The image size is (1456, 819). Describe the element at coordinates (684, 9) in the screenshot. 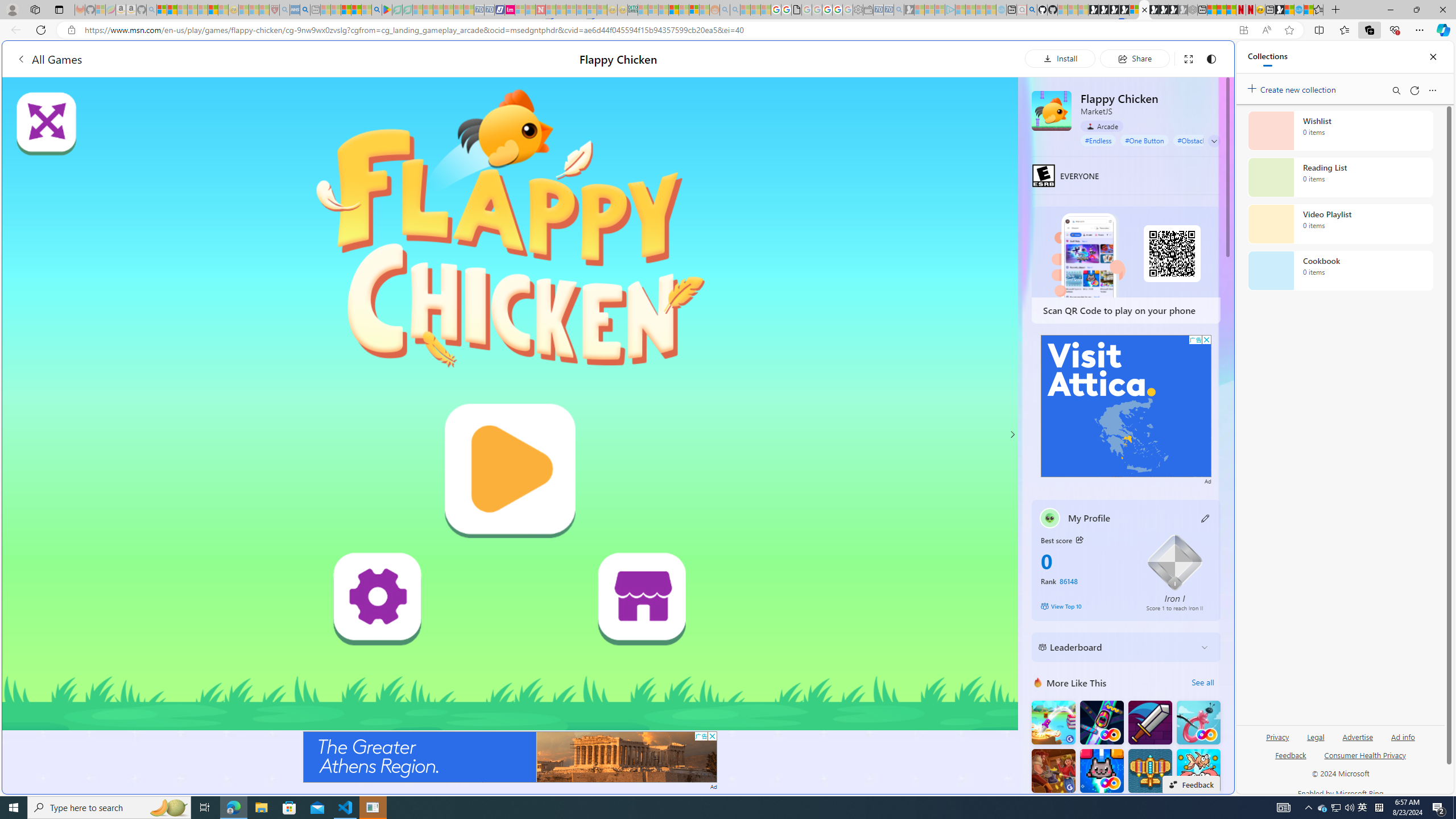

I see `'Kinda Frugal - MSN - Sleeping'` at that location.